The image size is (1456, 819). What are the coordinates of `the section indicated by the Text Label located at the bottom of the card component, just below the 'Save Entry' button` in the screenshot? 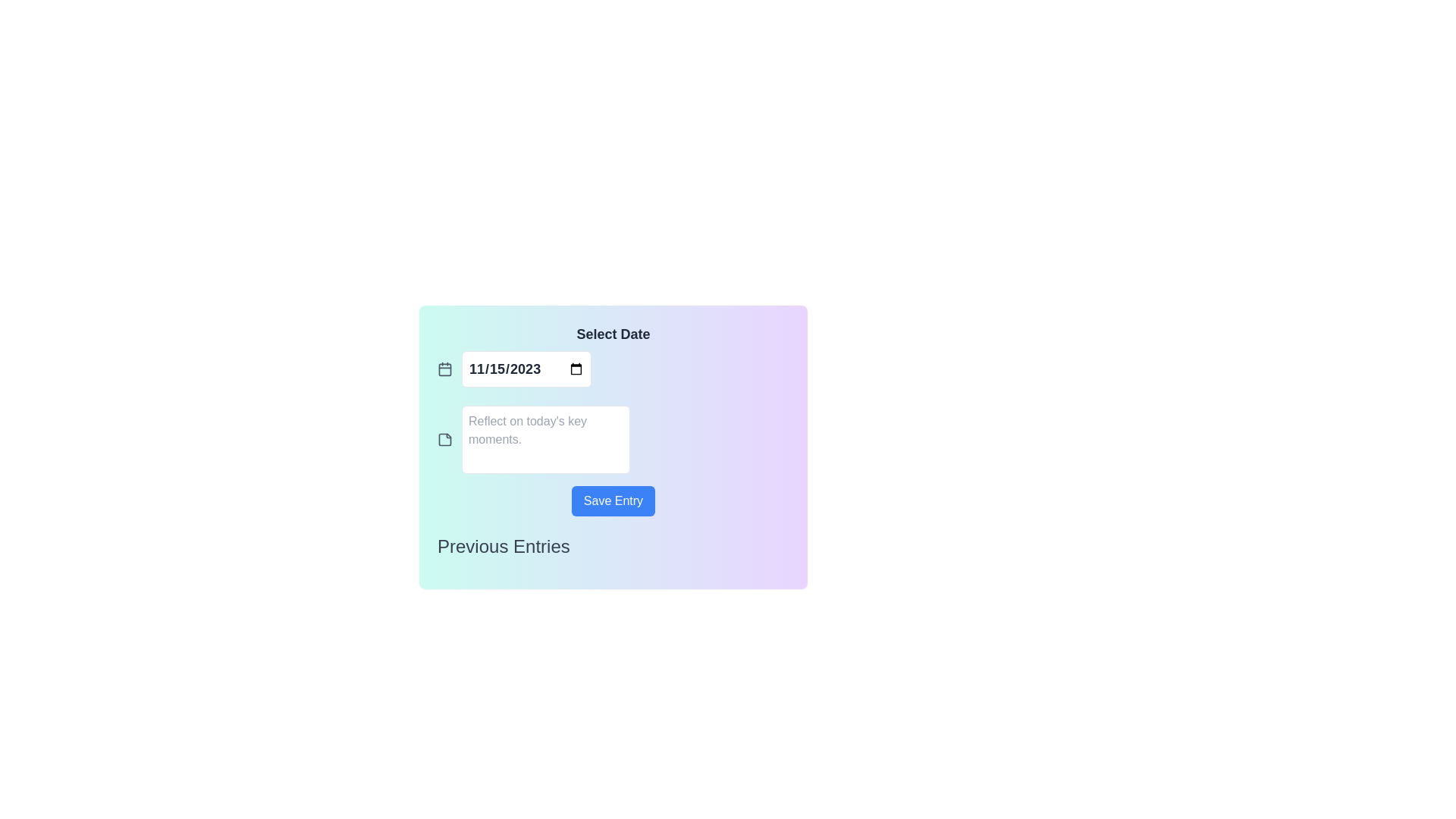 It's located at (613, 547).